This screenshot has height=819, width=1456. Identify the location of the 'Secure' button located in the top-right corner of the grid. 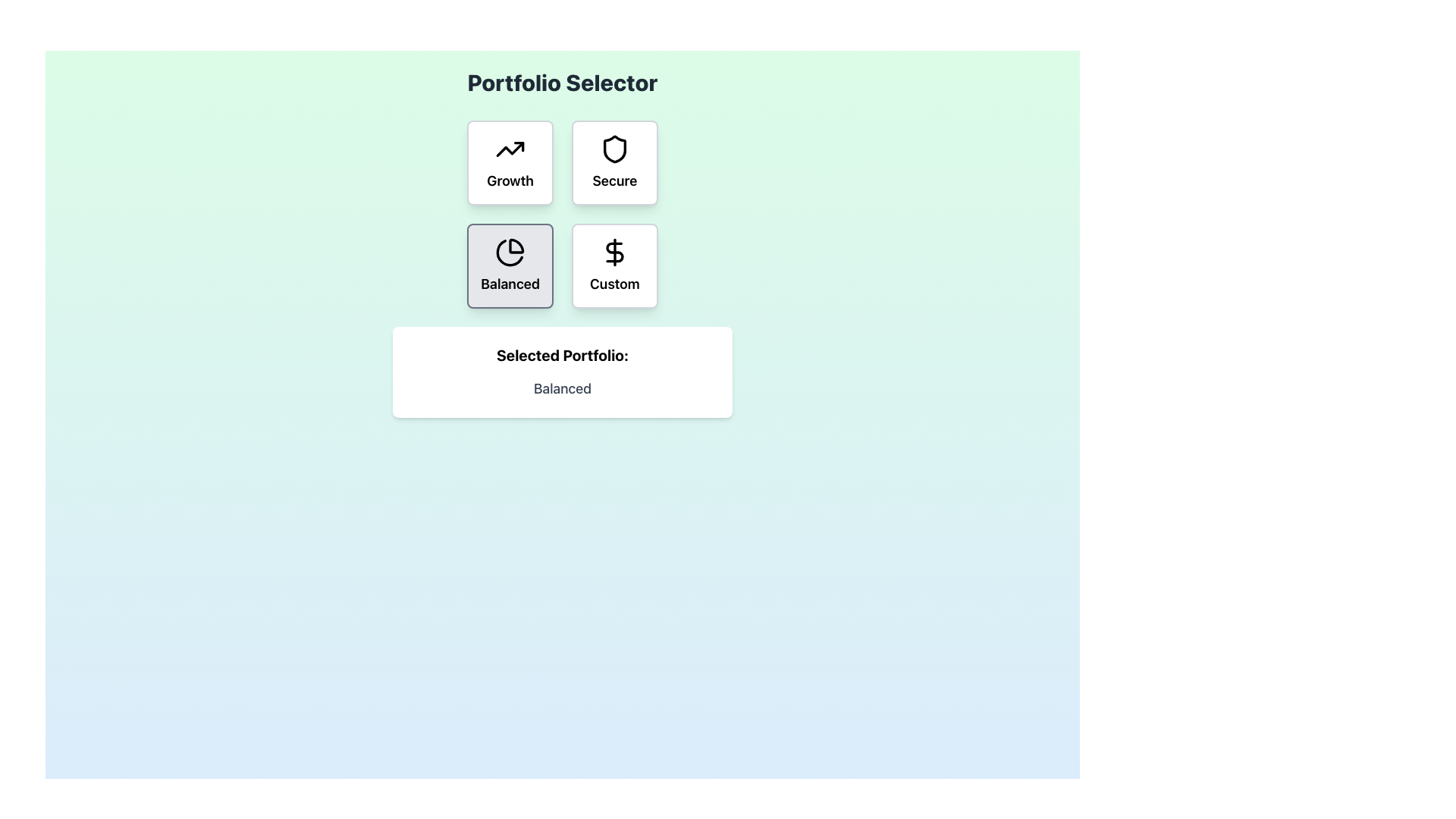
(614, 163).